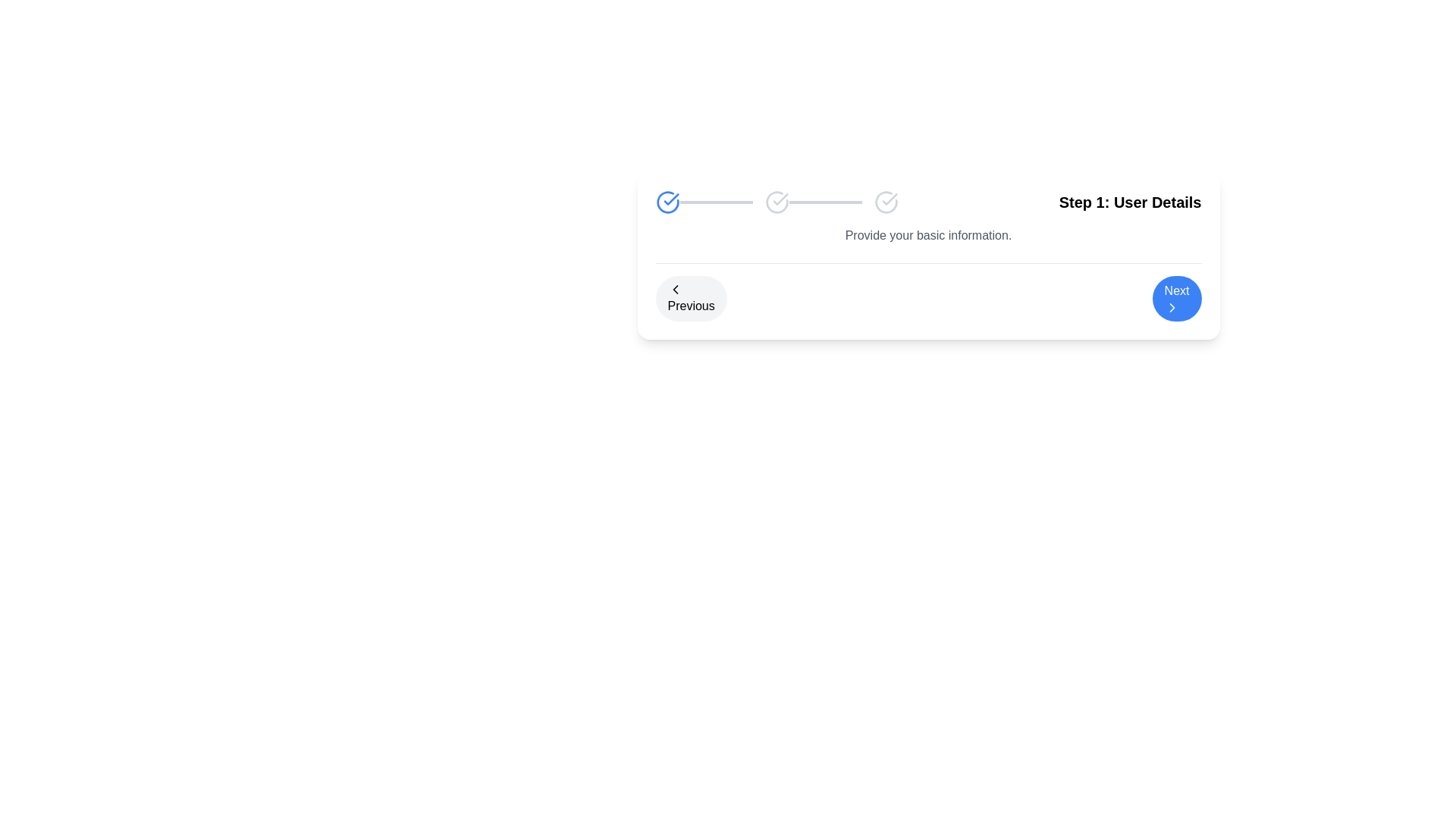  I want to click on the circular checkmark icon in light gray indicating an uncompleted step in the progress tracker, positioned between the second step and the textual description 'Step 1: User Details', so click(886, 201).